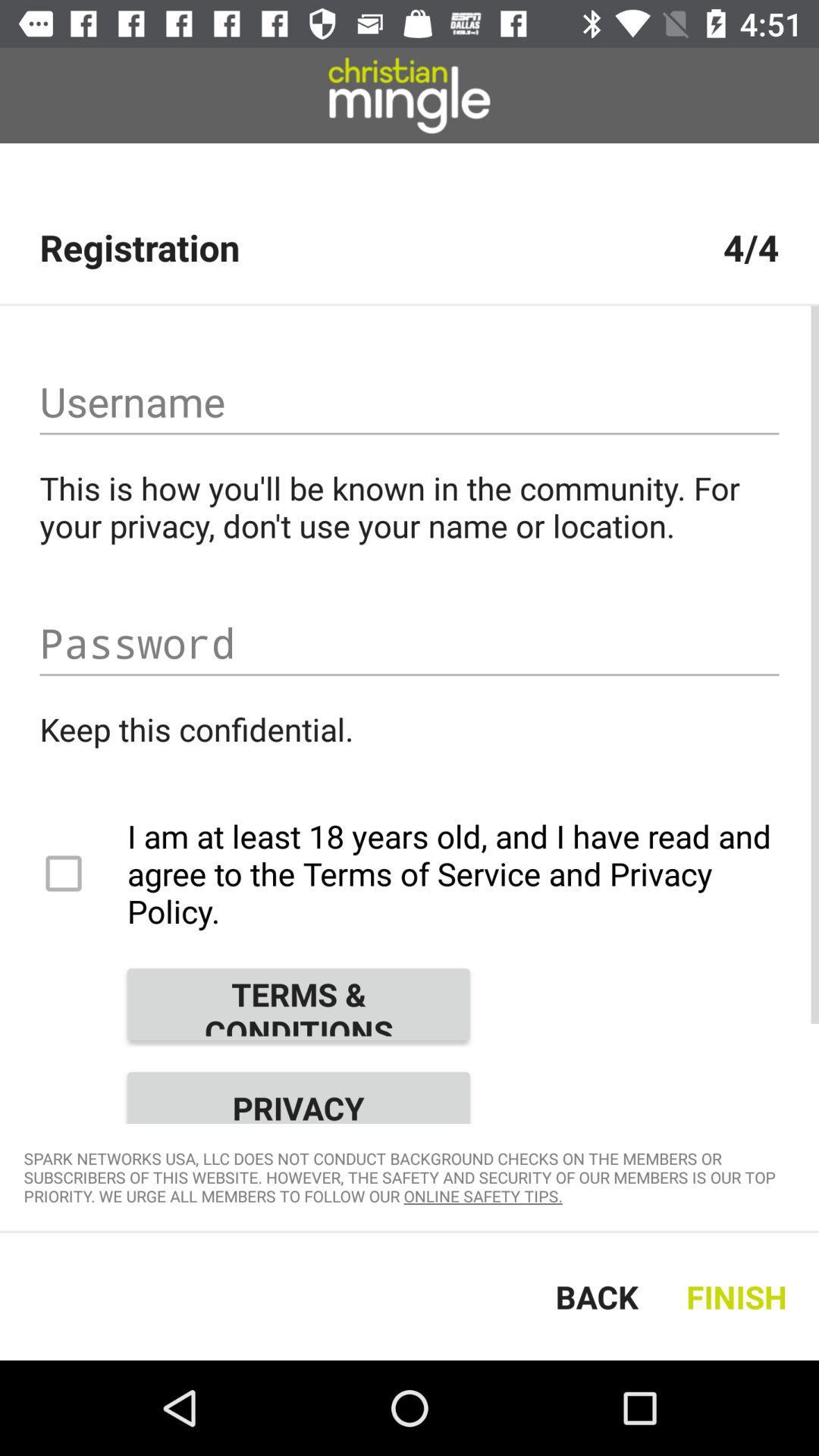 This screenshot has width=819, height=1456. Describe the element at coordinates (298, 1004) in the screenshot. I see `terms and condition` at that location.